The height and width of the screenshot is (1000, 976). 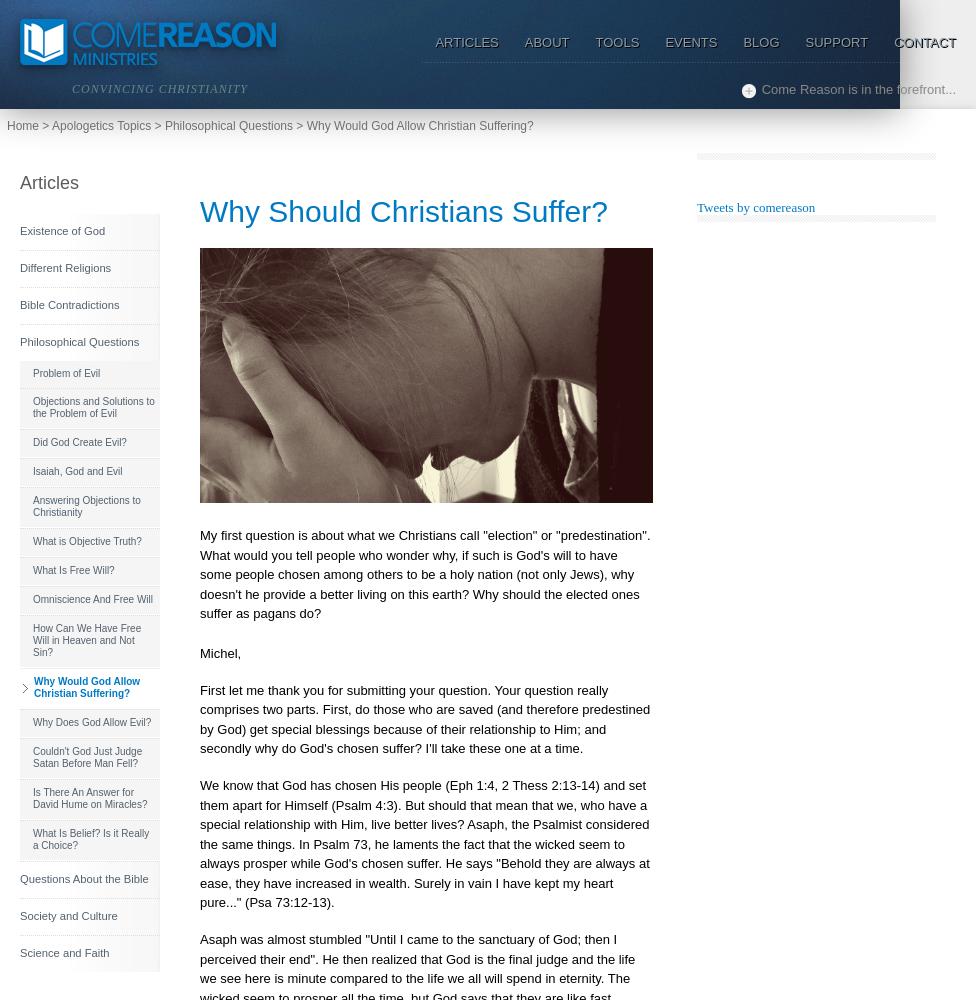 I want to click on 'Did God Create Evil?', so click(x=79, y=441).